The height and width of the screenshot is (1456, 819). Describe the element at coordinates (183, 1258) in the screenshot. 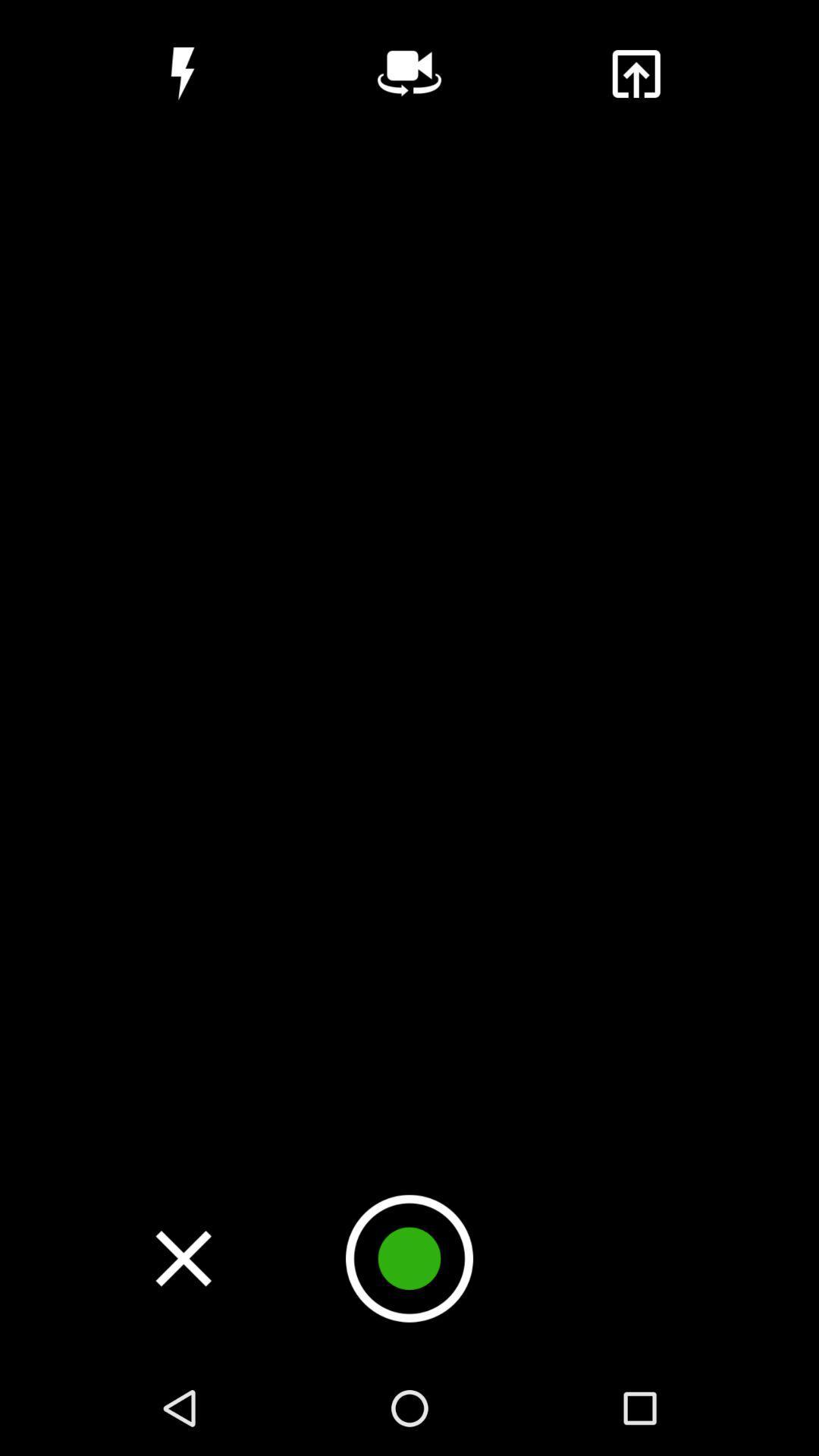

I see `cancel` at that location.